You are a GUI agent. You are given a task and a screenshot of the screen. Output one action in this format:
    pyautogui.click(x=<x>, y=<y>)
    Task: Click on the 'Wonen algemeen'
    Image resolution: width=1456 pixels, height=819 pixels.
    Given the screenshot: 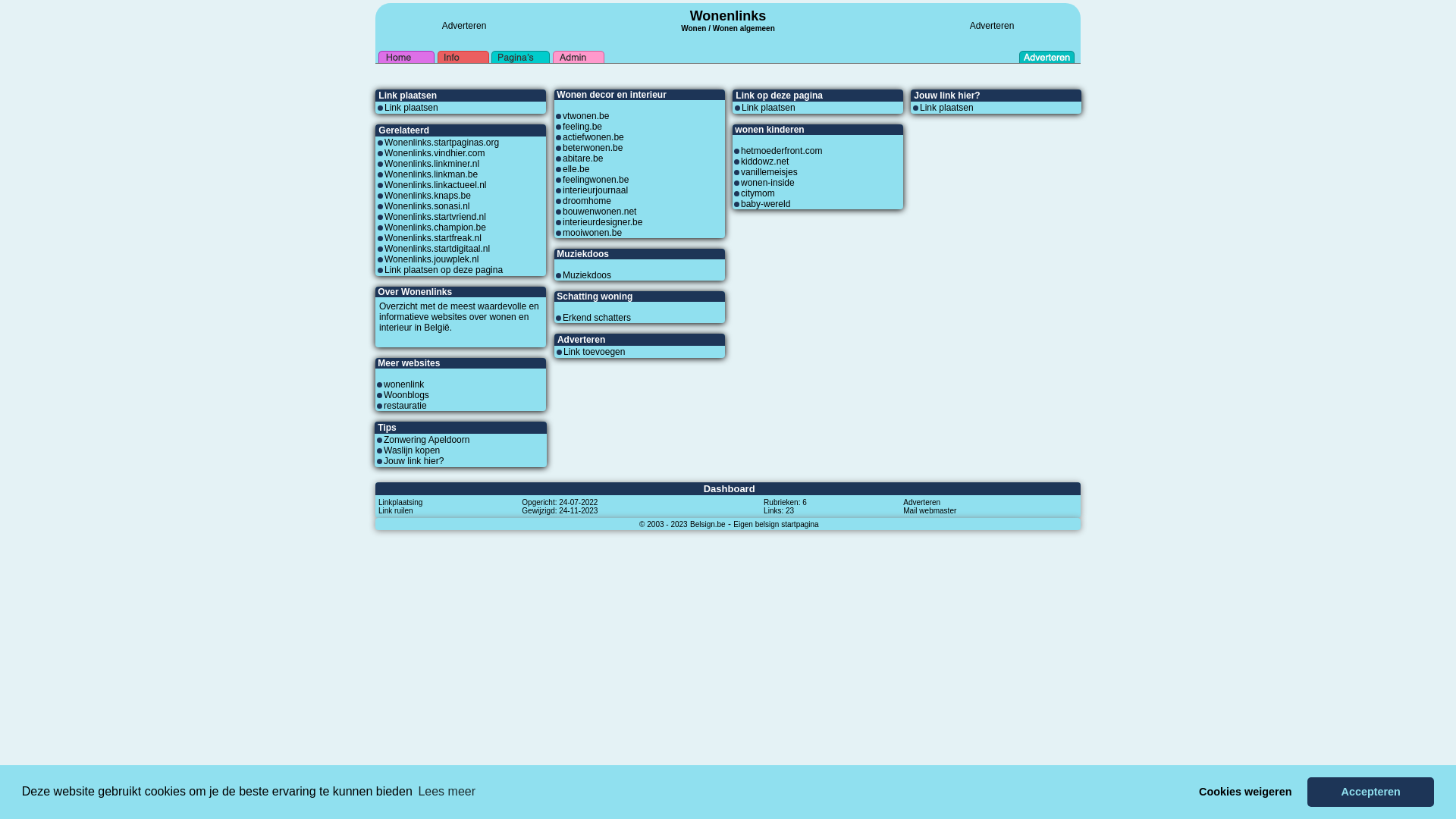 What is the action you would take?
    pyautogui.click(x=712, y=28)
    